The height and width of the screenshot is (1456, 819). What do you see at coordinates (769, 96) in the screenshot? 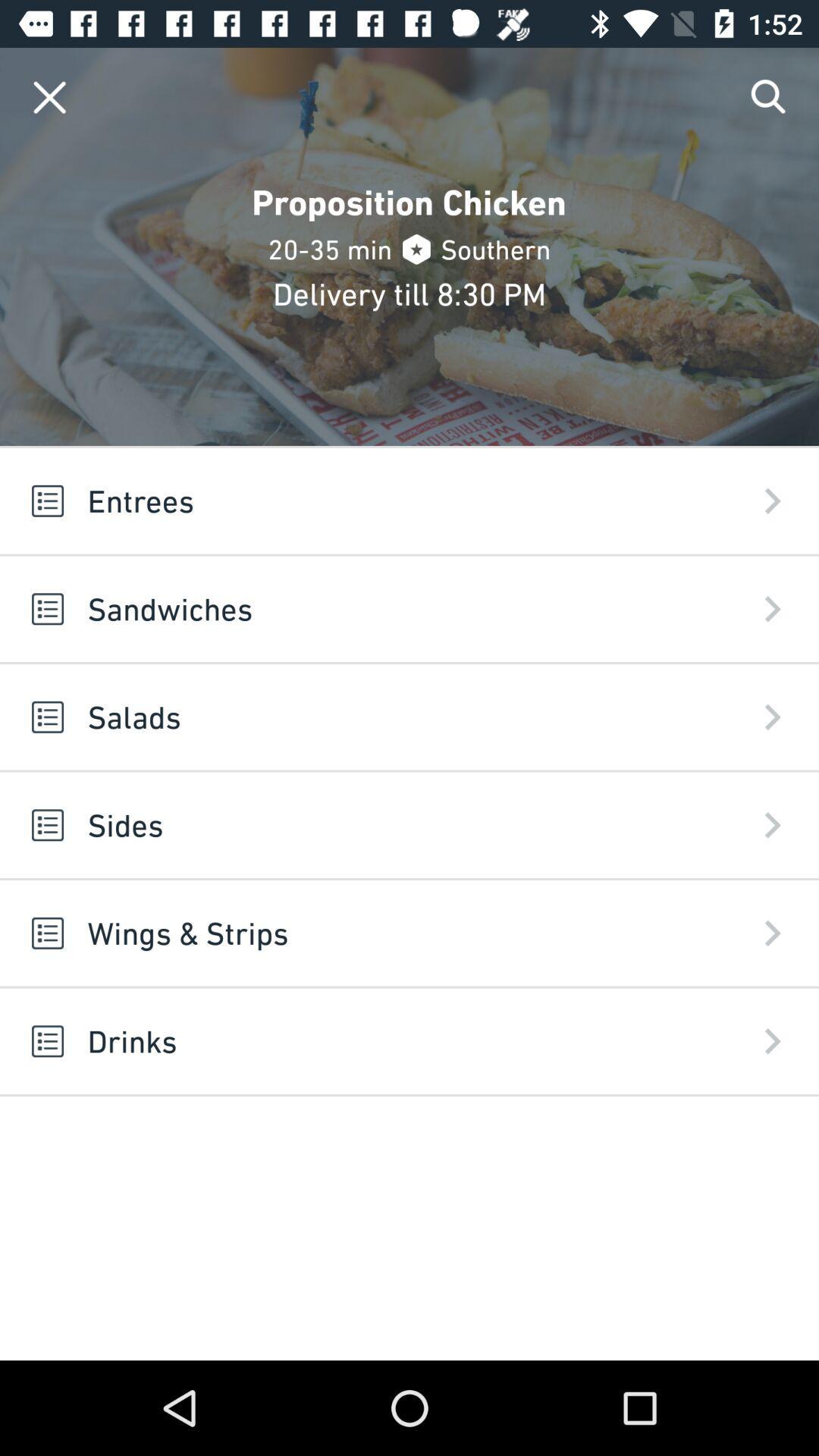
I see `search` at bounding box center [769, 96].